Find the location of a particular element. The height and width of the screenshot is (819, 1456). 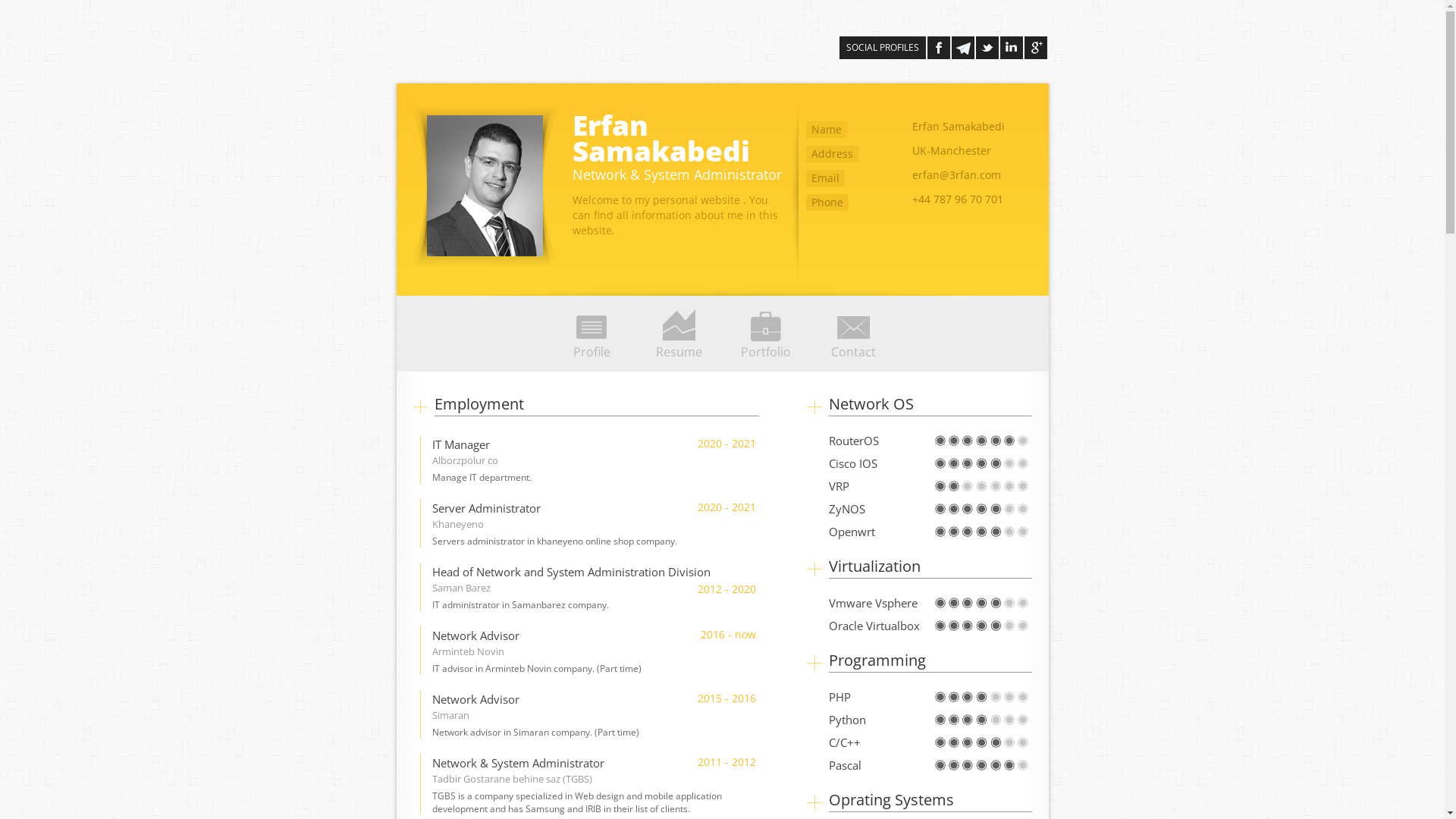

'Portfolio' is located at coordinates (765, 328).